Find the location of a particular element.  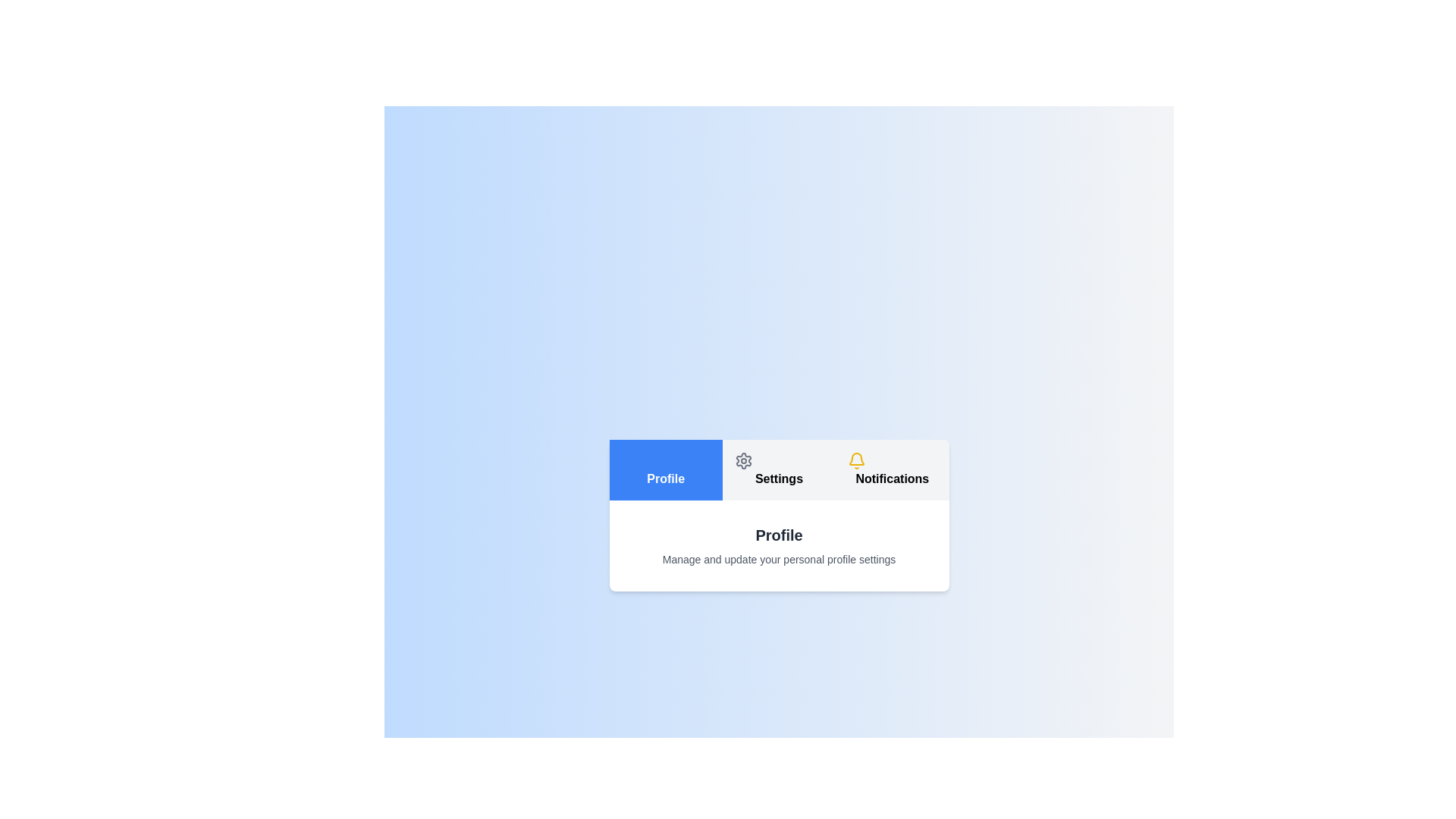

the Profile tab to highlight it is located at coordinates (666, 469).